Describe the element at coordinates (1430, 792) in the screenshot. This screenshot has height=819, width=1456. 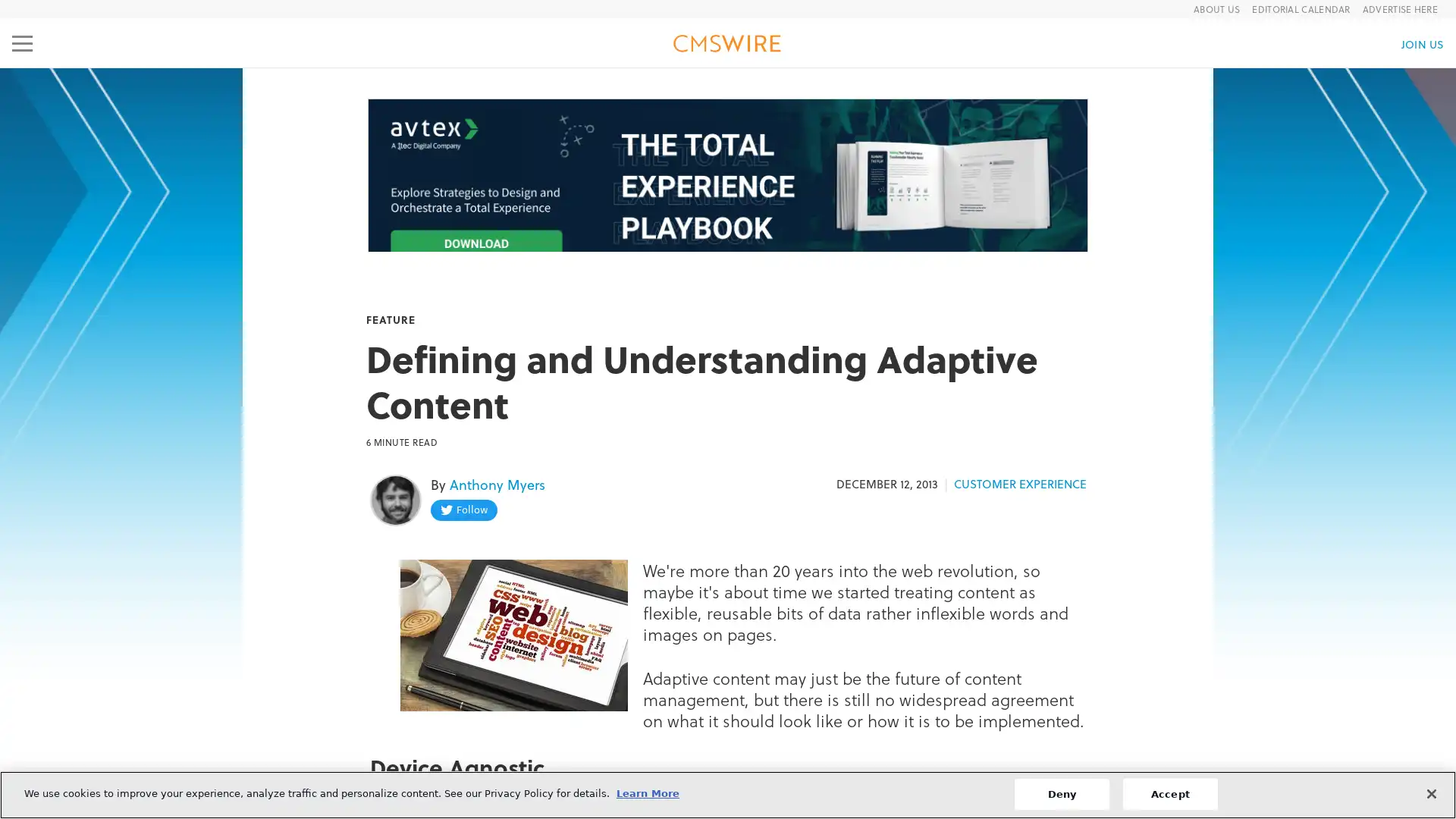
I see `Close` at that location.